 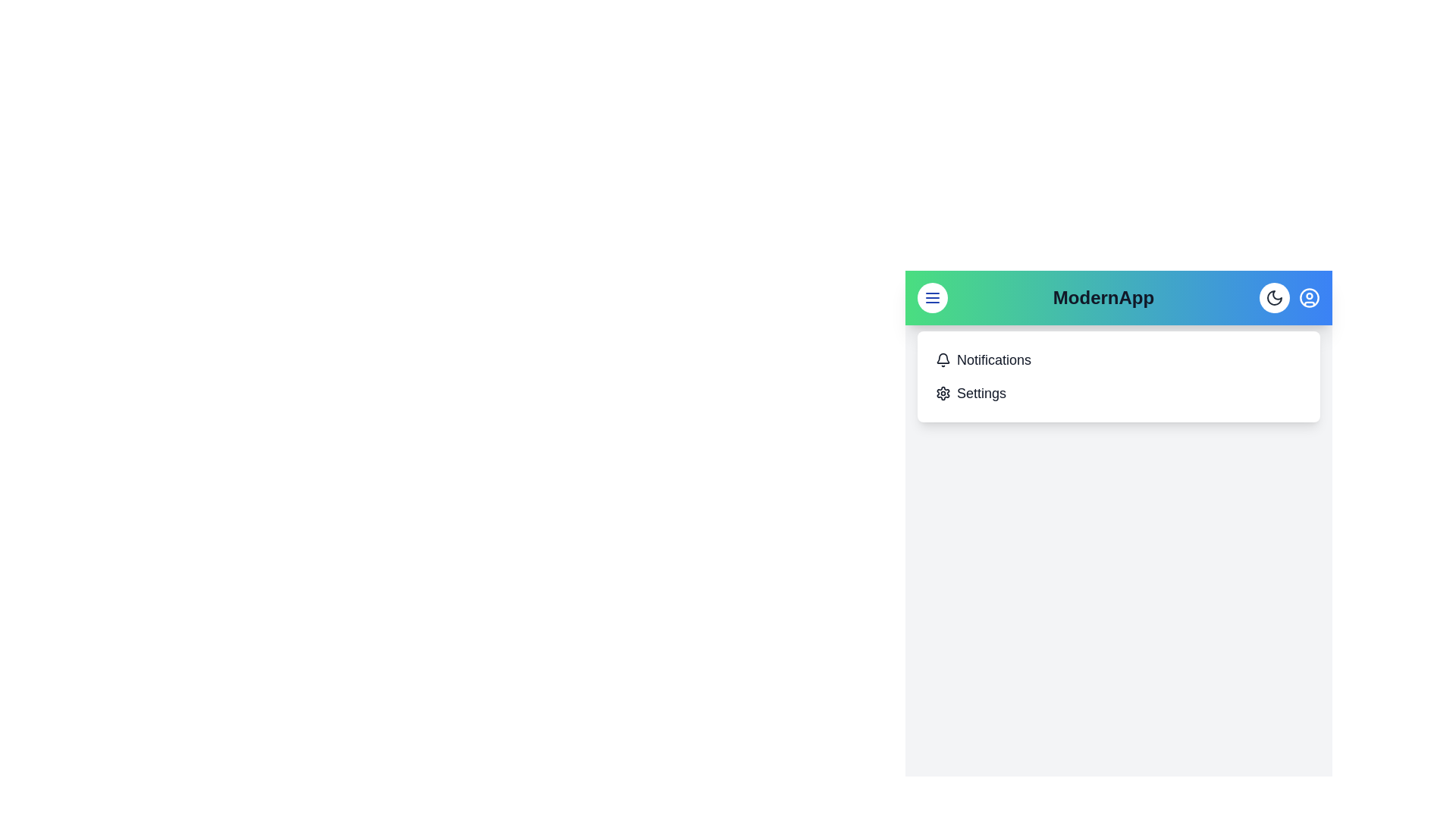 I want to click on the menu button to toggle the menu visibility, so click(x=931, y=298).